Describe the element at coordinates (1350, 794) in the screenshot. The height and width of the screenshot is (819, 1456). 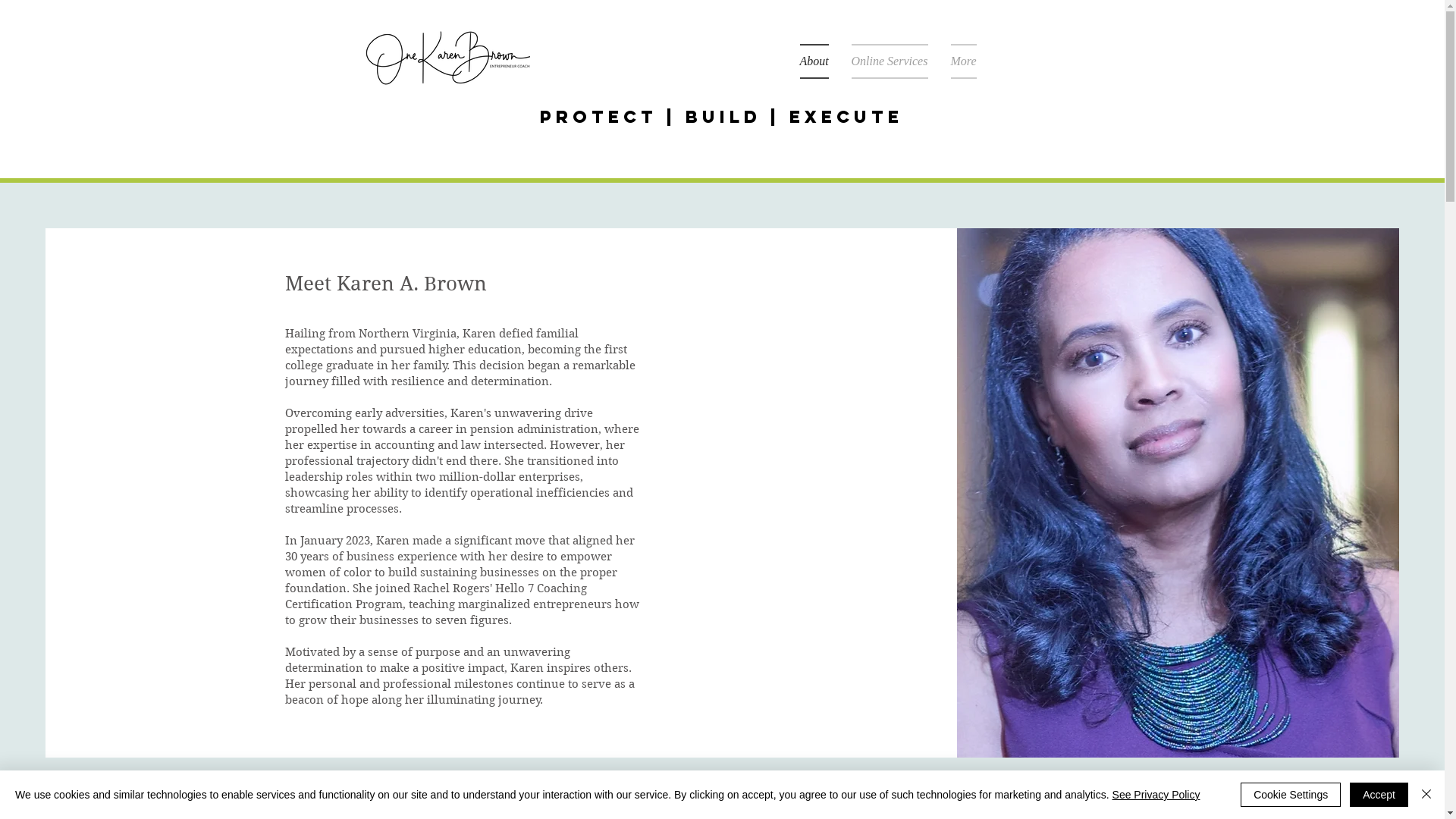
I see `'Accept'` at that location.